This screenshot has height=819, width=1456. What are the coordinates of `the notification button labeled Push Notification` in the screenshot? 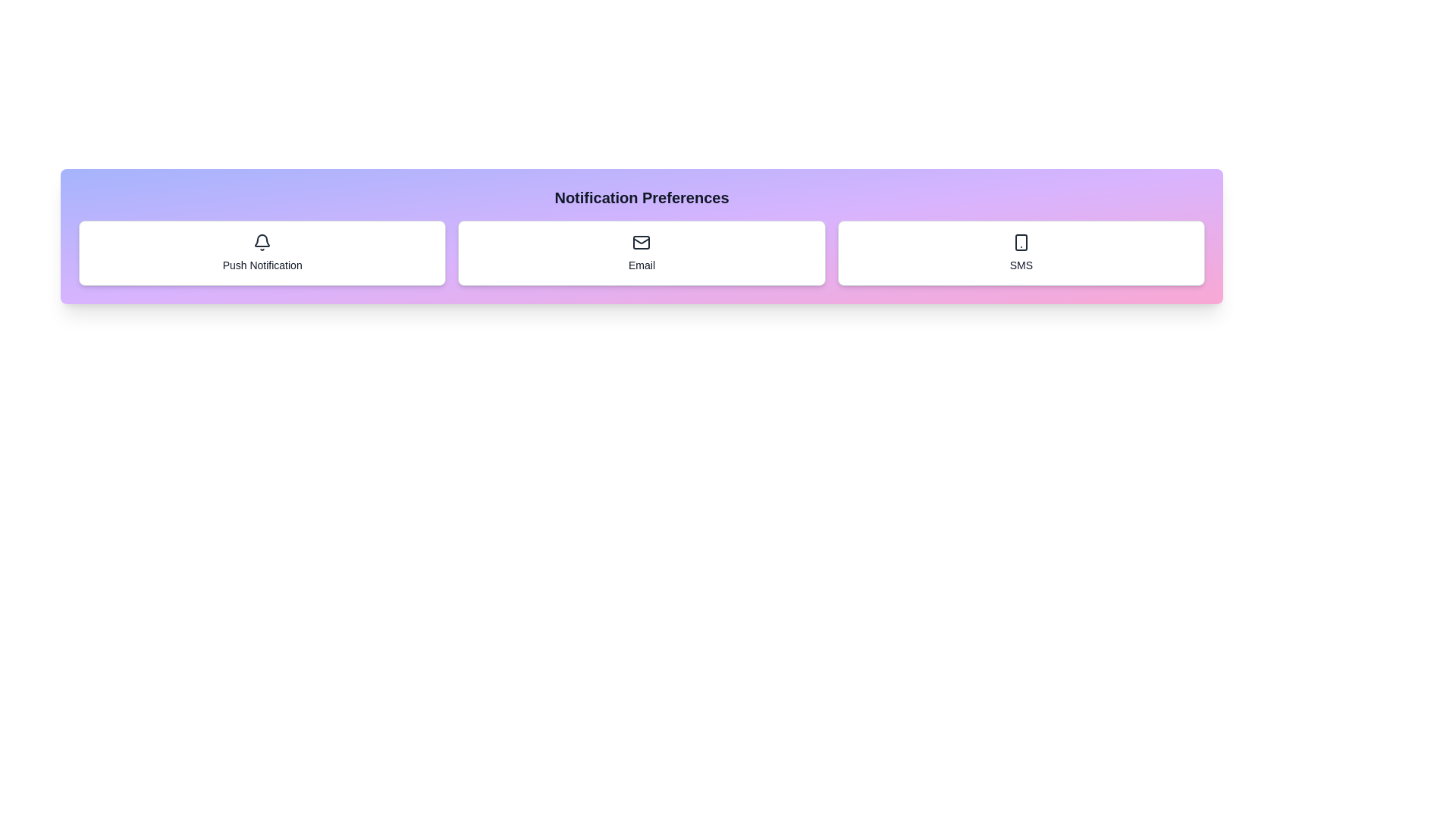 It's located at (262, 253).